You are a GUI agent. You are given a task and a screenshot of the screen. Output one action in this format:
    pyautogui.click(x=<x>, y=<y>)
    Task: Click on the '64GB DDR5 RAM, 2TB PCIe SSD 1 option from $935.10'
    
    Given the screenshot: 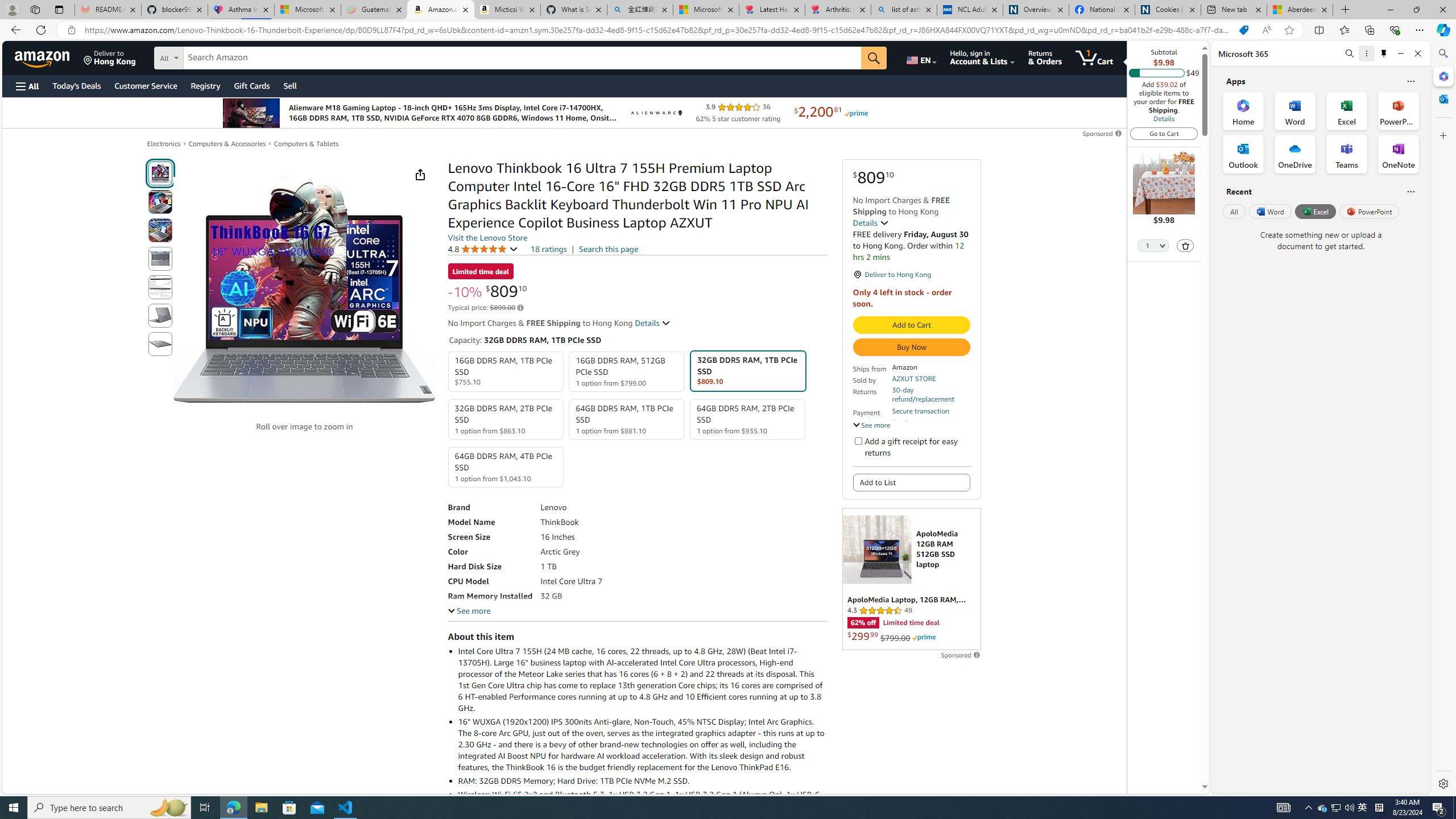 What is the action you would take?
    pyautogui.click(x=747, y=419)
    